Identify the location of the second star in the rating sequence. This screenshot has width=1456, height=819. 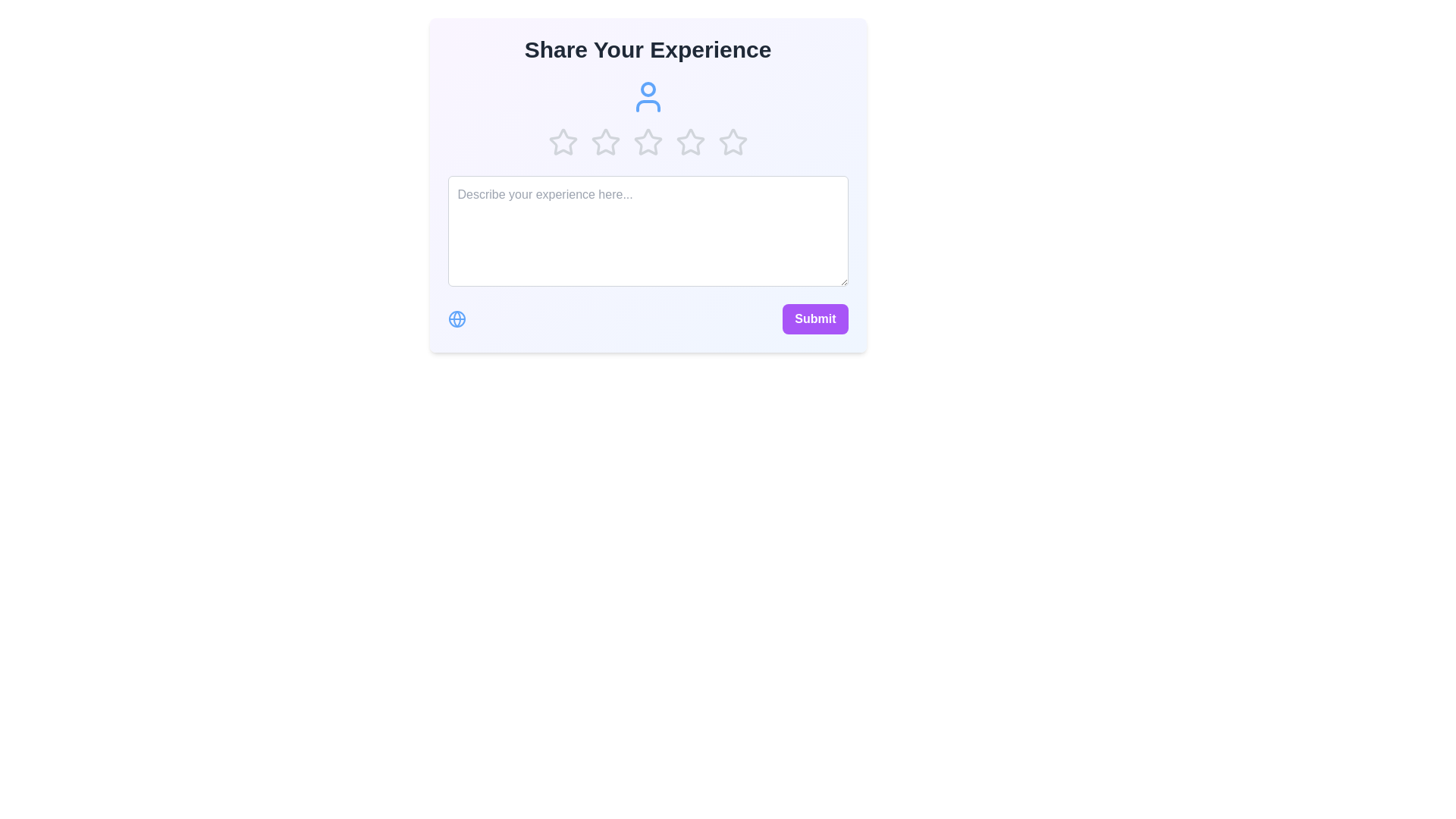
(604, 142).